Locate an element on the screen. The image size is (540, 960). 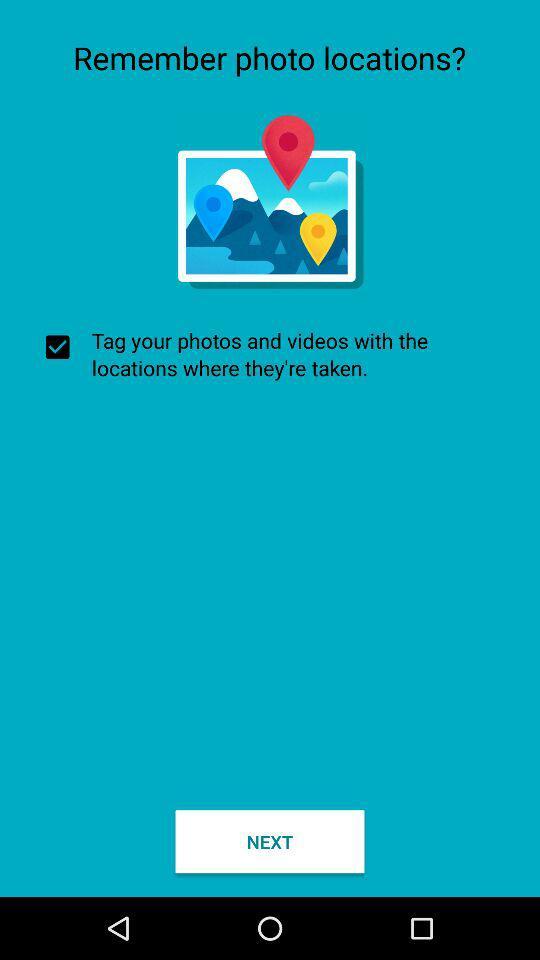
the checkbox below tag your photos is located at coordinates (270, 840).